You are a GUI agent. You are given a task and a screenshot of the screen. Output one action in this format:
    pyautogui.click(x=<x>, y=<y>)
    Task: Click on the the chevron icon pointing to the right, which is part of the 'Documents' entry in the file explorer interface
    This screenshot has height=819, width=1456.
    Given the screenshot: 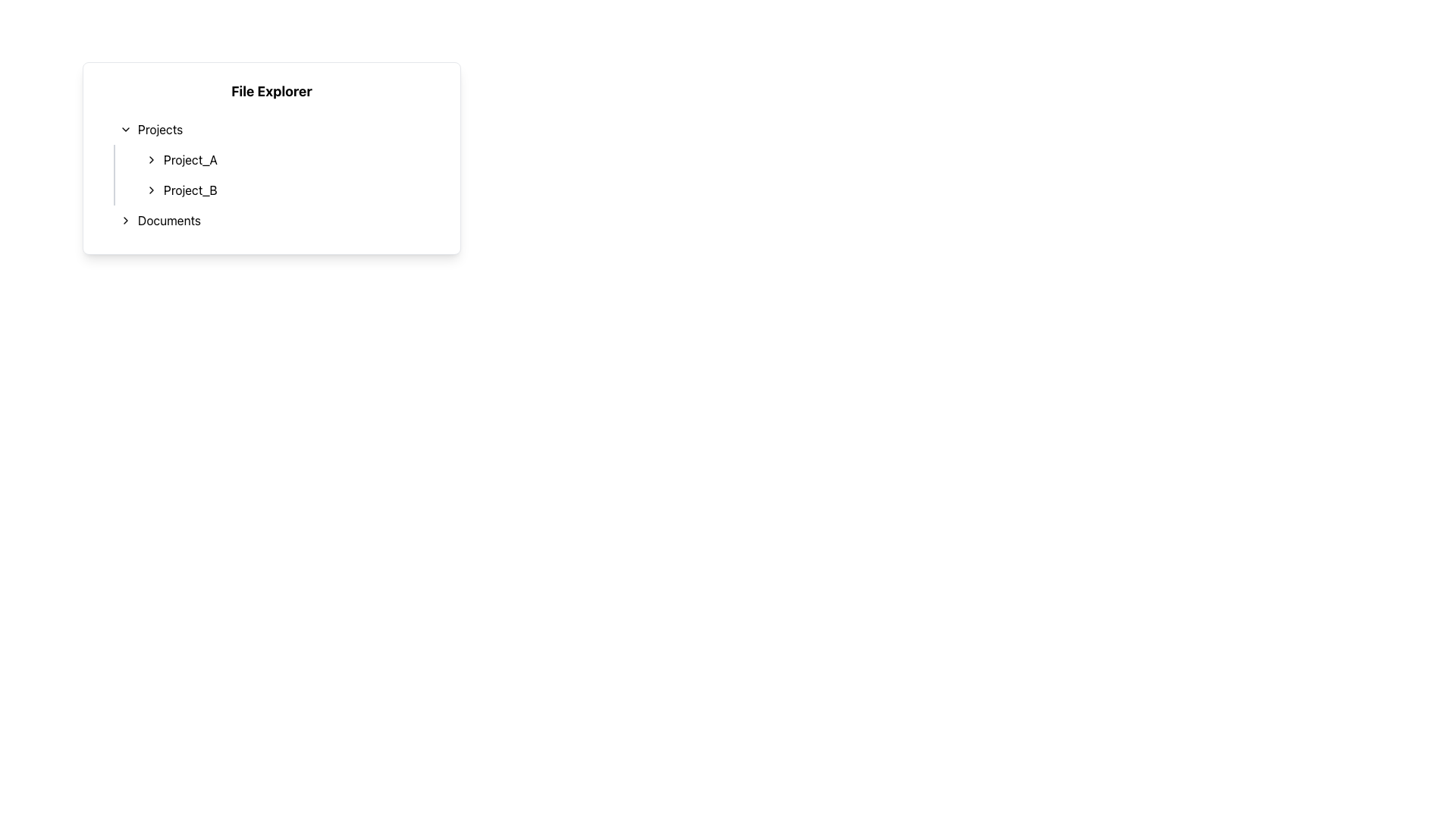 What is the action you would take?
    pyautogui.click(x=126, y=220)
    